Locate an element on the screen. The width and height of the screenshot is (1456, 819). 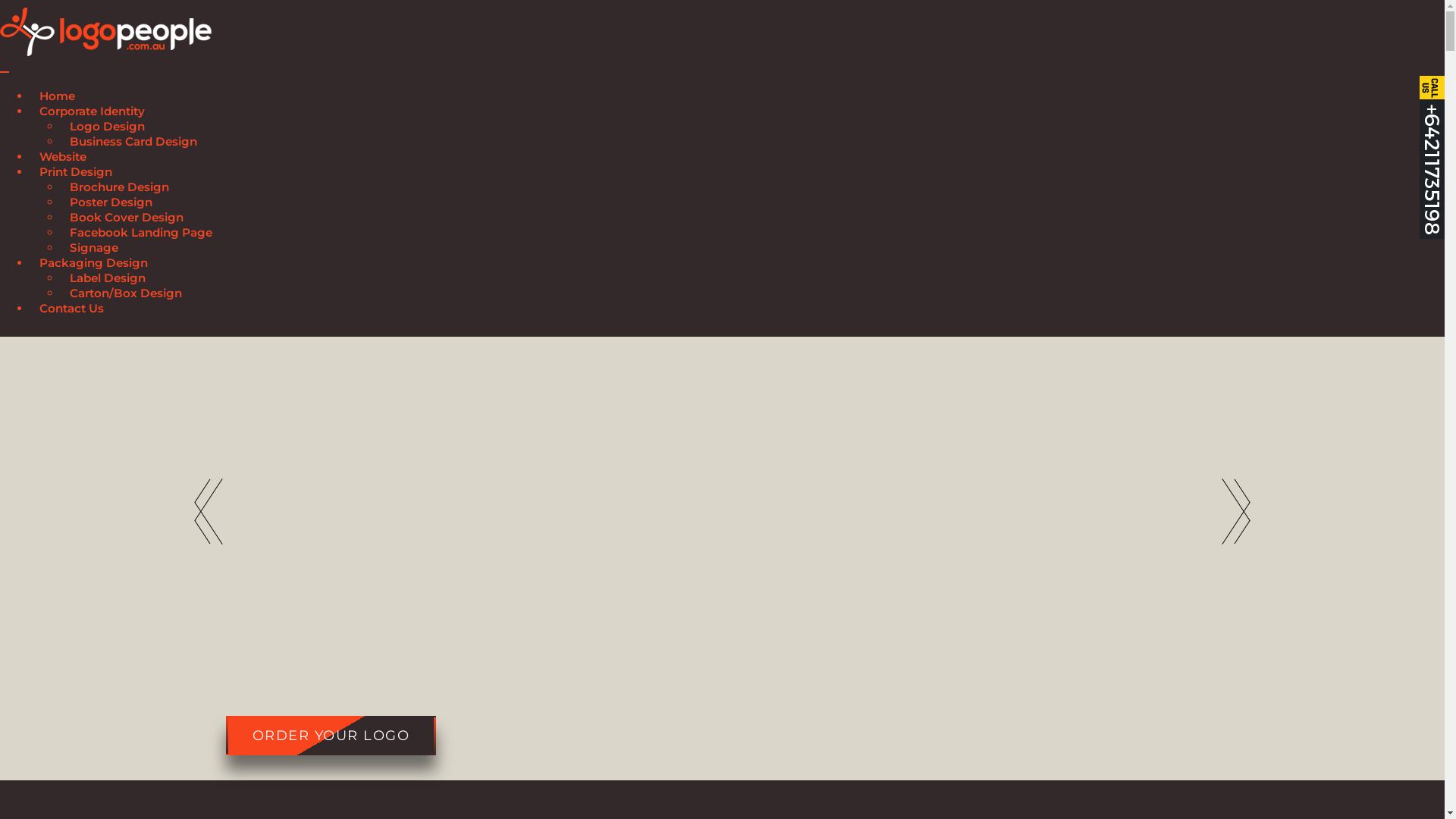
'Book Cover Design' is located at coordinates (127, 219).